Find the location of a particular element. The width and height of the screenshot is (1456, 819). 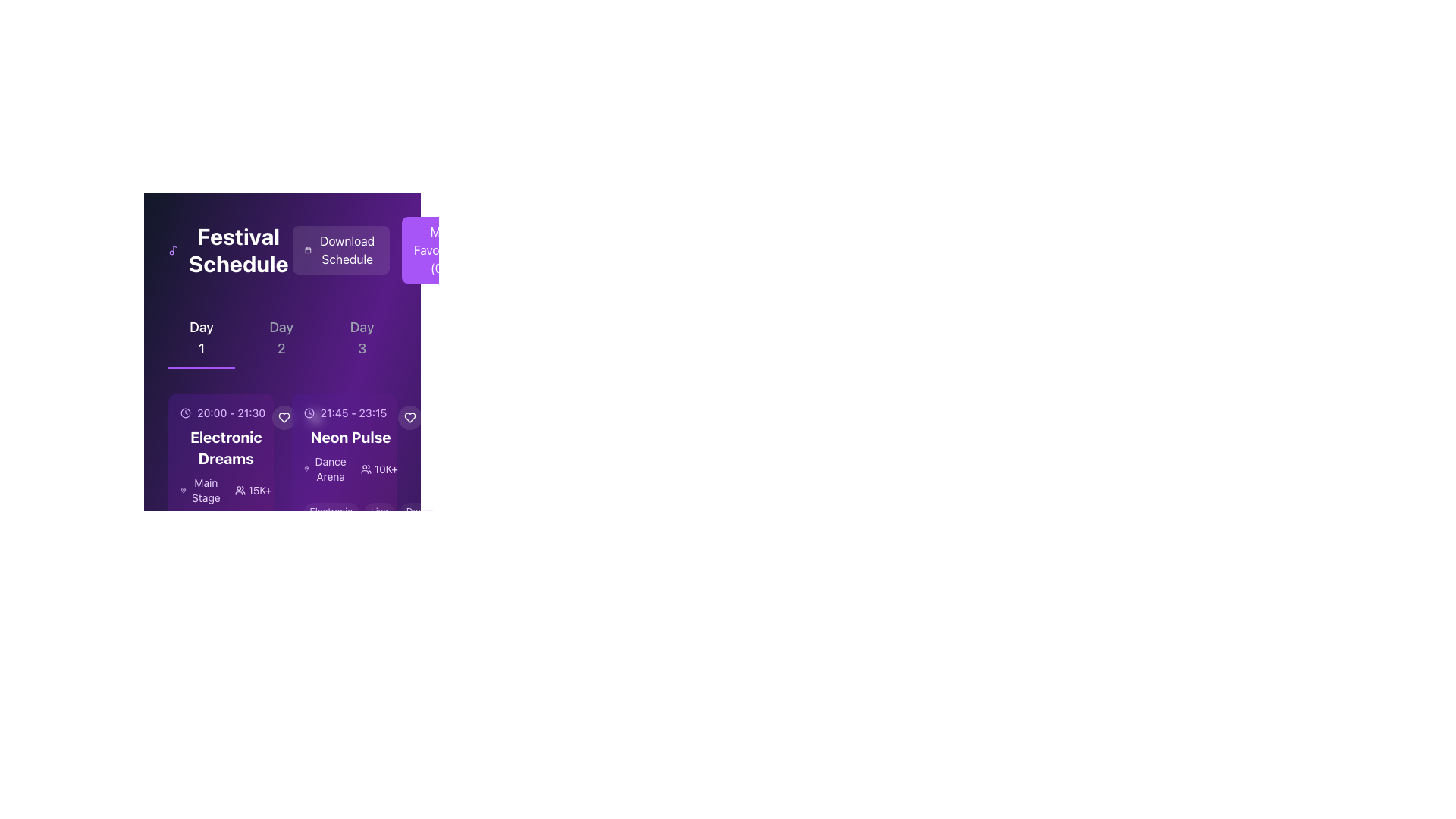

the outer circular boundary of the clock icon, which is a decorative component in the SVG located near the upper-middle section of the interface, just after the 'Day 1' tab and above the event 'Electronic Dreams' is located at coordinates (184, 413).